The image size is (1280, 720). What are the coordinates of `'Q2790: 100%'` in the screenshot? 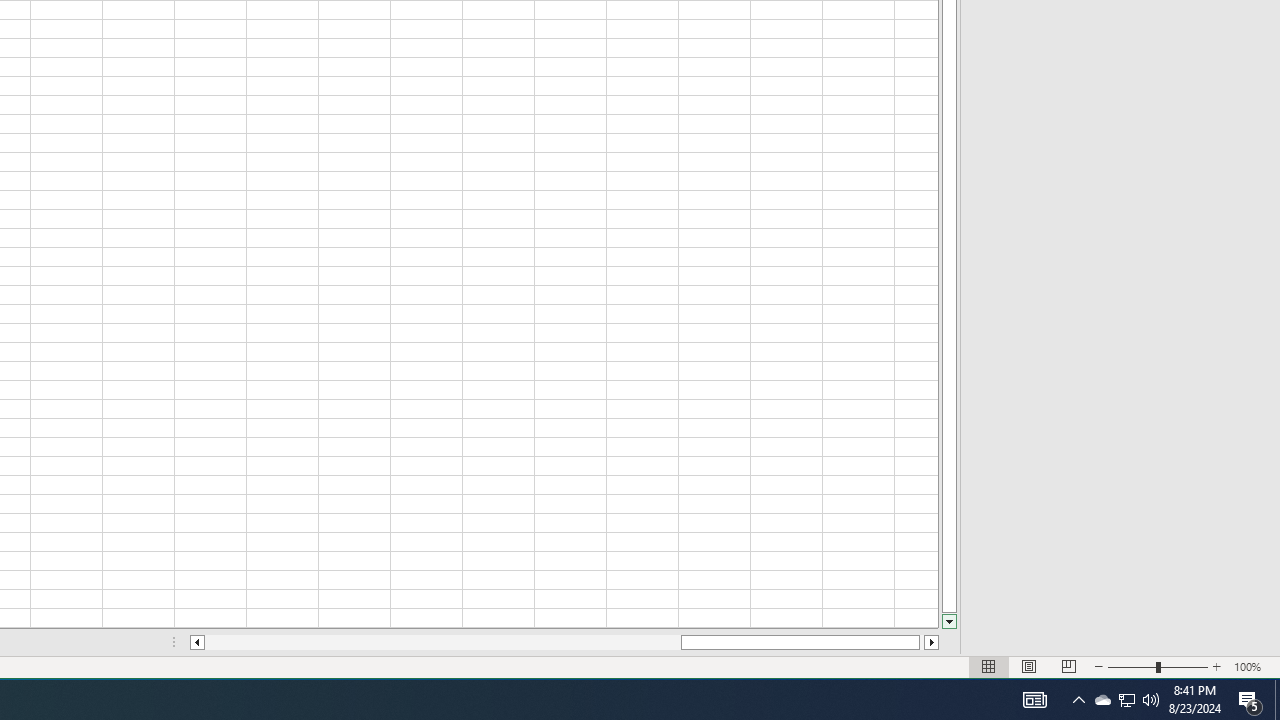 It's located at (1250, 698).